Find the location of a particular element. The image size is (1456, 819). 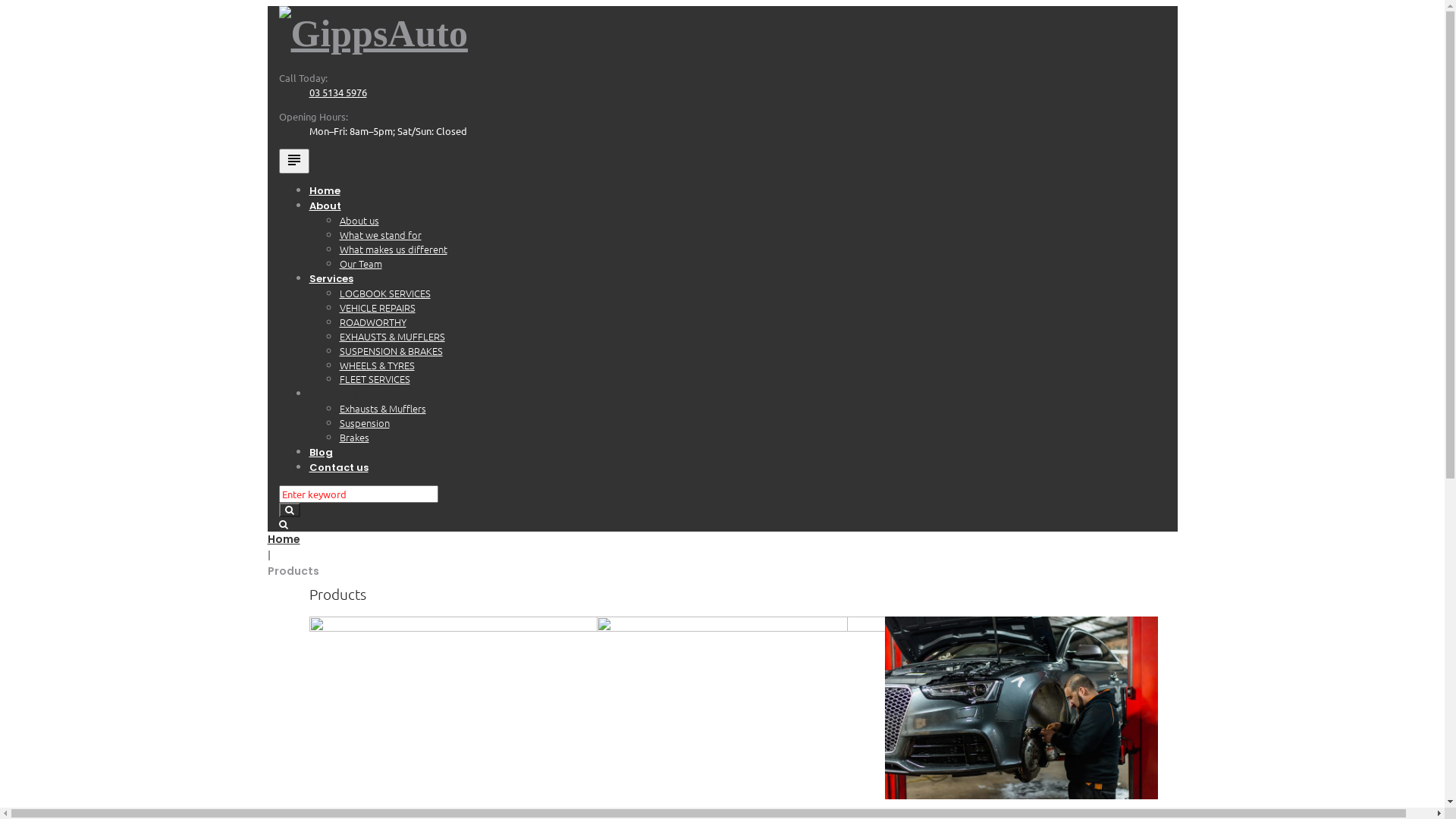

'Contact us' is located at coordinates (309, 466).